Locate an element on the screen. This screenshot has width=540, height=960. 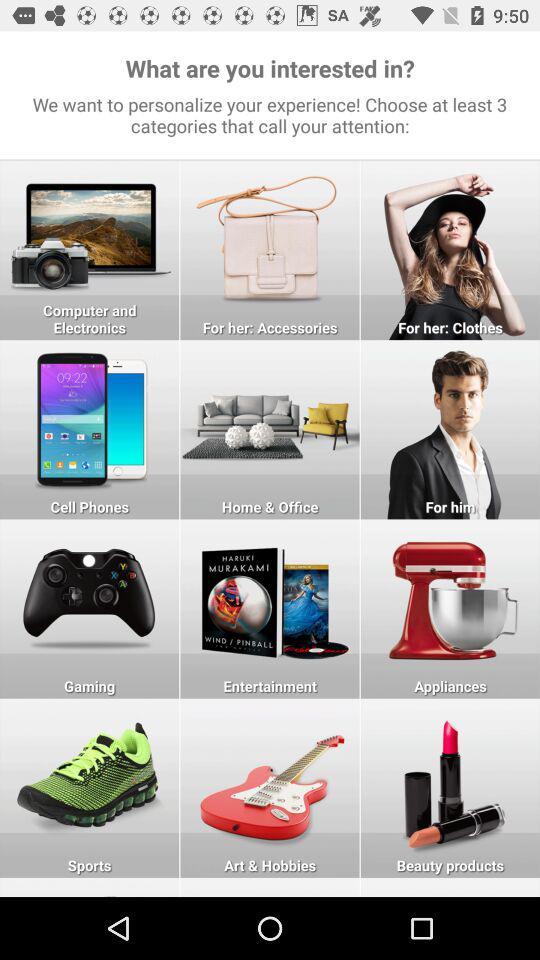
open gaming option is located at coordinates (88, 608).